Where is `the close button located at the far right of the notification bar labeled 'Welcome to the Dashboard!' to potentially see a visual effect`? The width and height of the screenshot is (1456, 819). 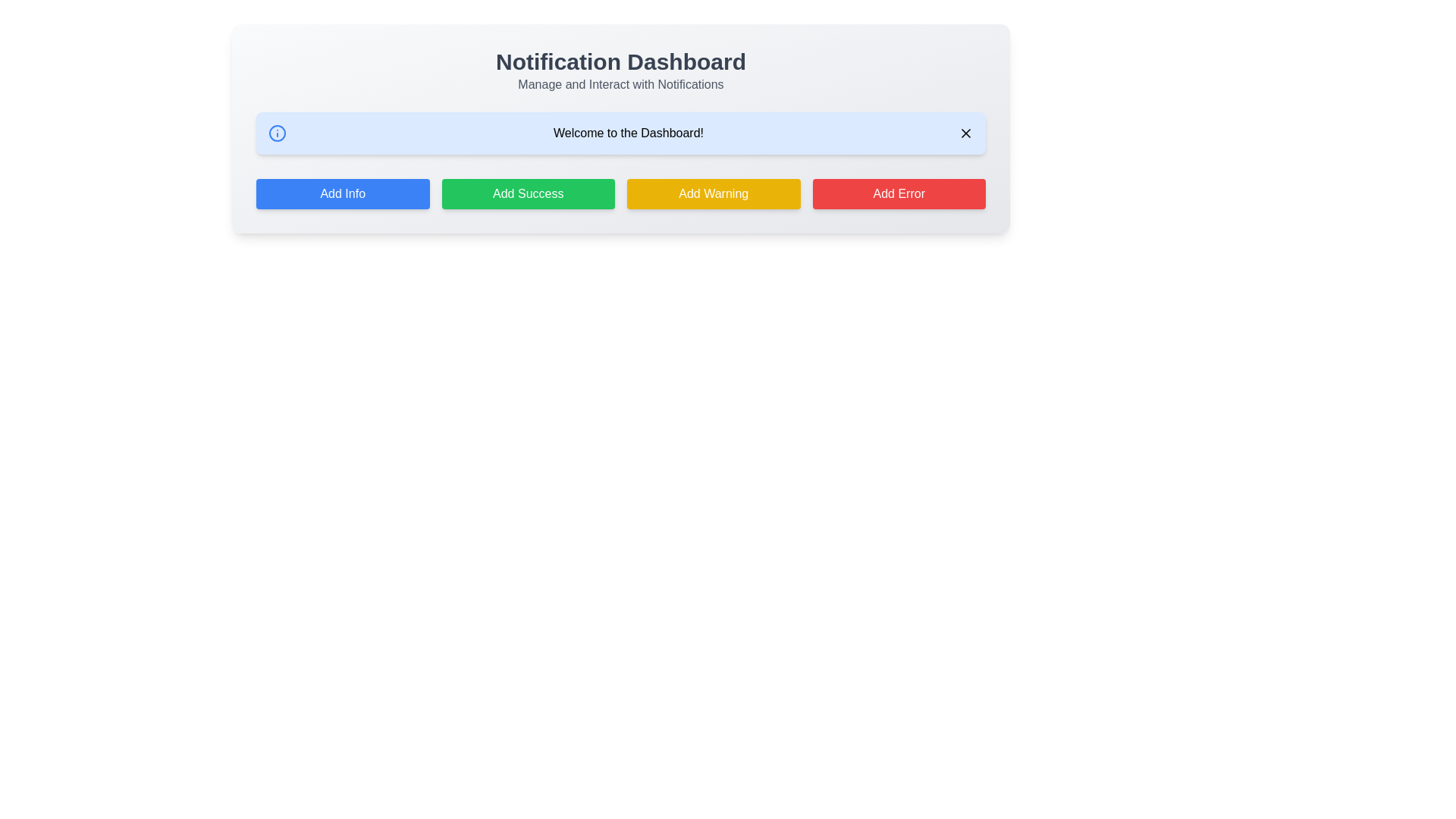
the close button located at the far right of the notification bar labeled 'Welcome to the Dashboard!' to potentially see a visual effect is located at coordinates (965, 133).